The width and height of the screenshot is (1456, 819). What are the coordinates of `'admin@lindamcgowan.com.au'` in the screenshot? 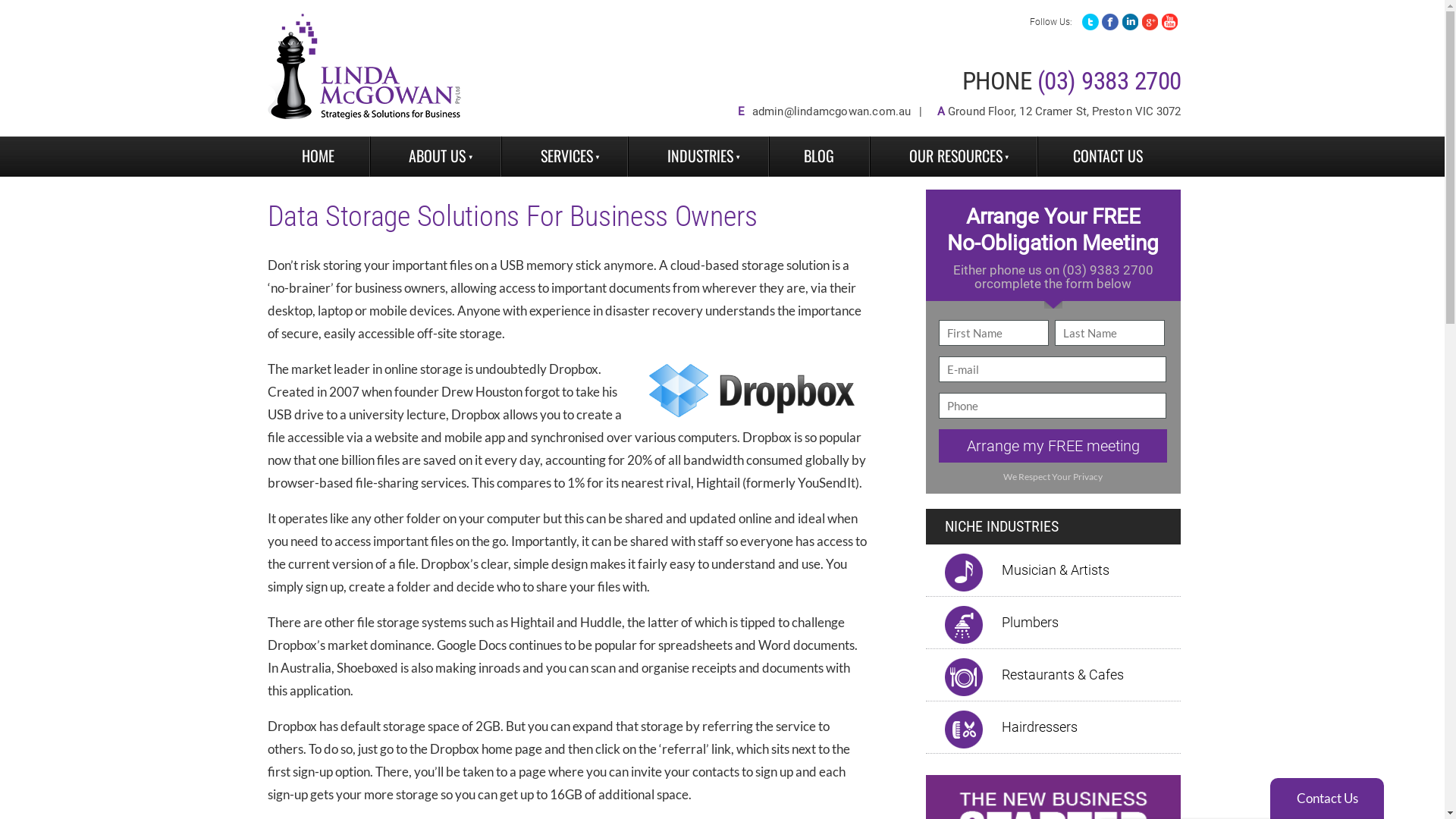 It's located at (831, 110).